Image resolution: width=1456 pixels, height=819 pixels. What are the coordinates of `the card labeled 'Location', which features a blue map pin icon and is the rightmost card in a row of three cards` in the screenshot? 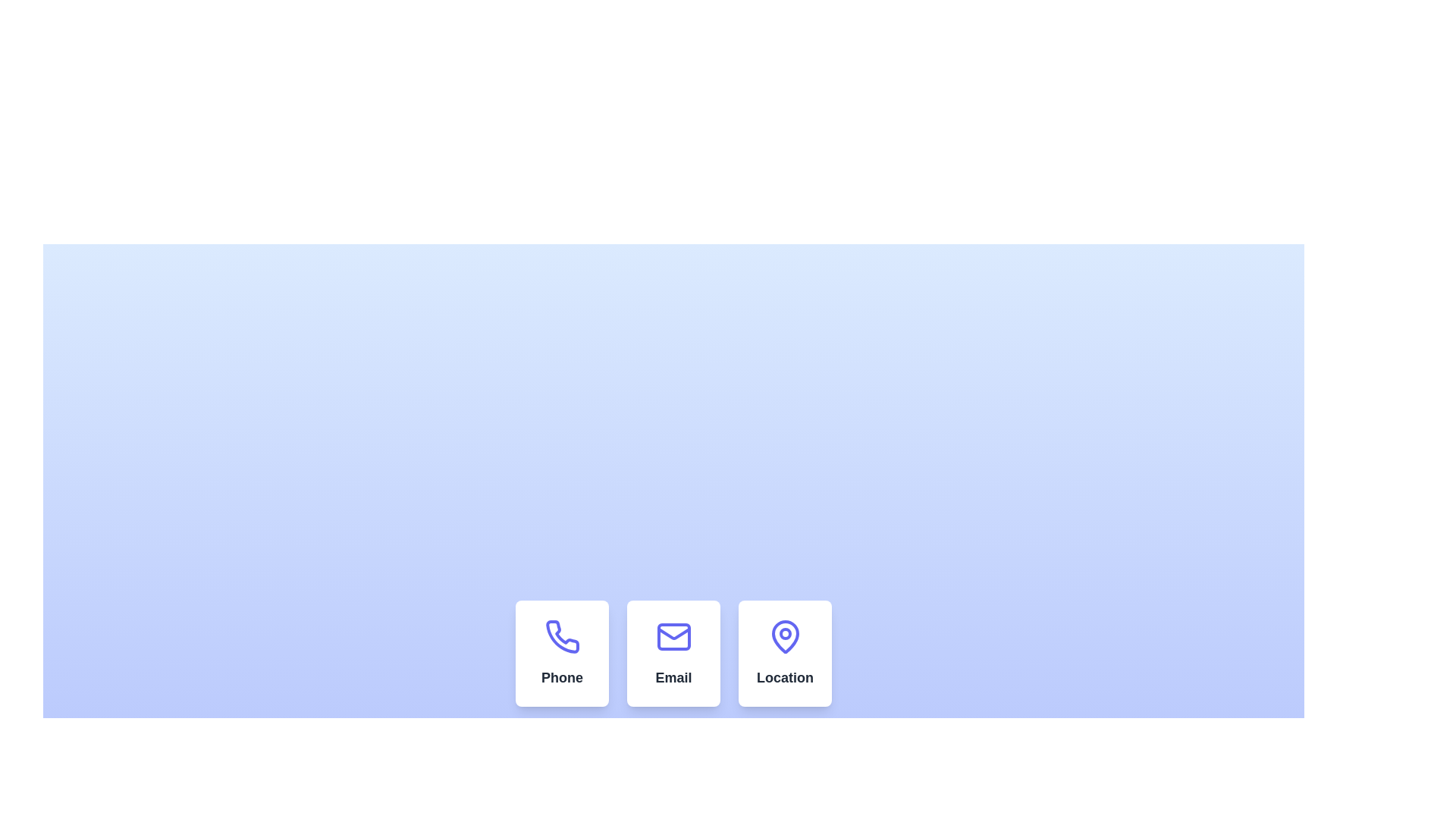 It's located at (785, 652).